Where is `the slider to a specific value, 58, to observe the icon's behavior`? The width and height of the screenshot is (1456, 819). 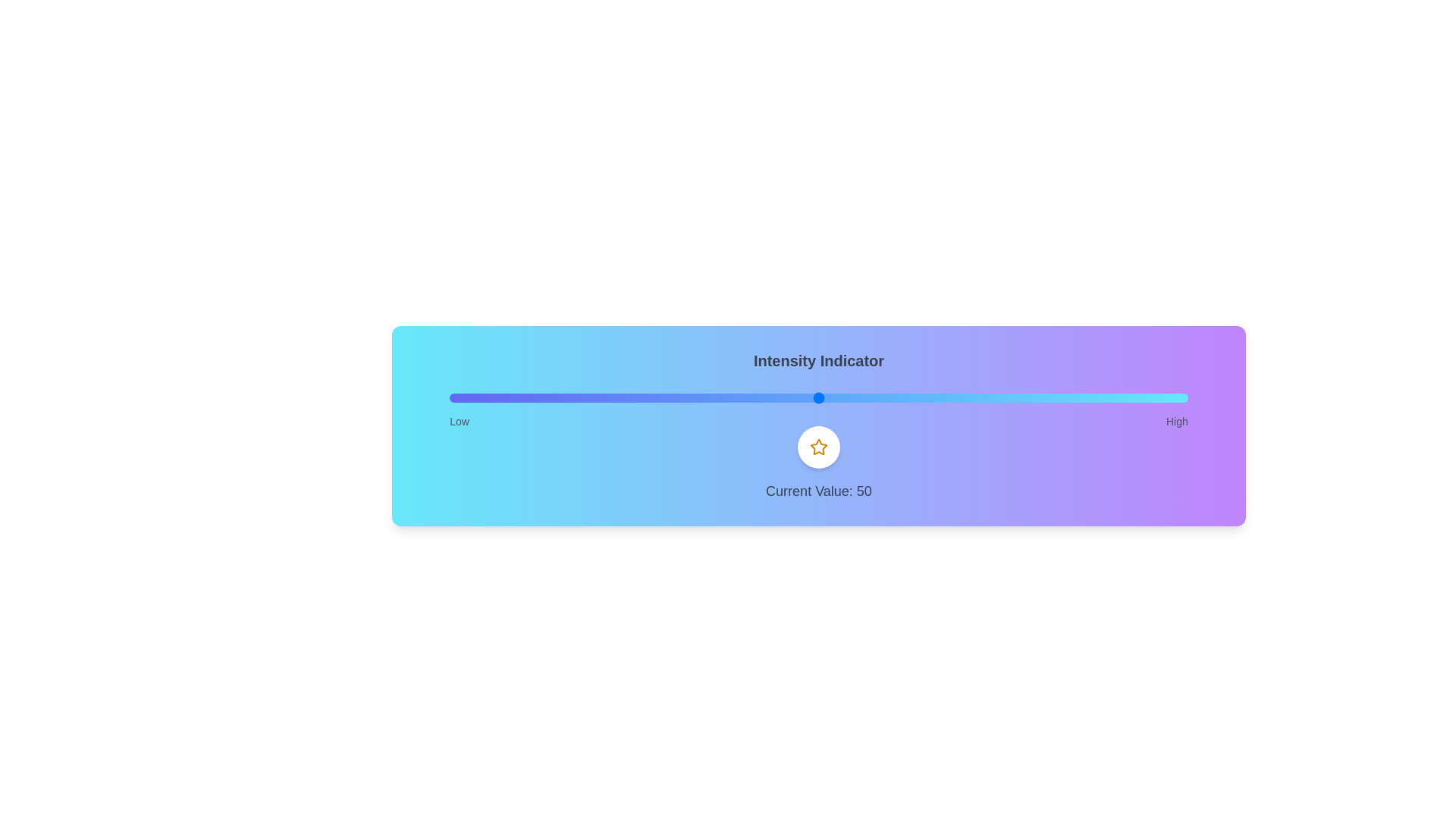
the slider to a specific value, 58, to observe the icon's behavior is located at coordinates (877, 397).